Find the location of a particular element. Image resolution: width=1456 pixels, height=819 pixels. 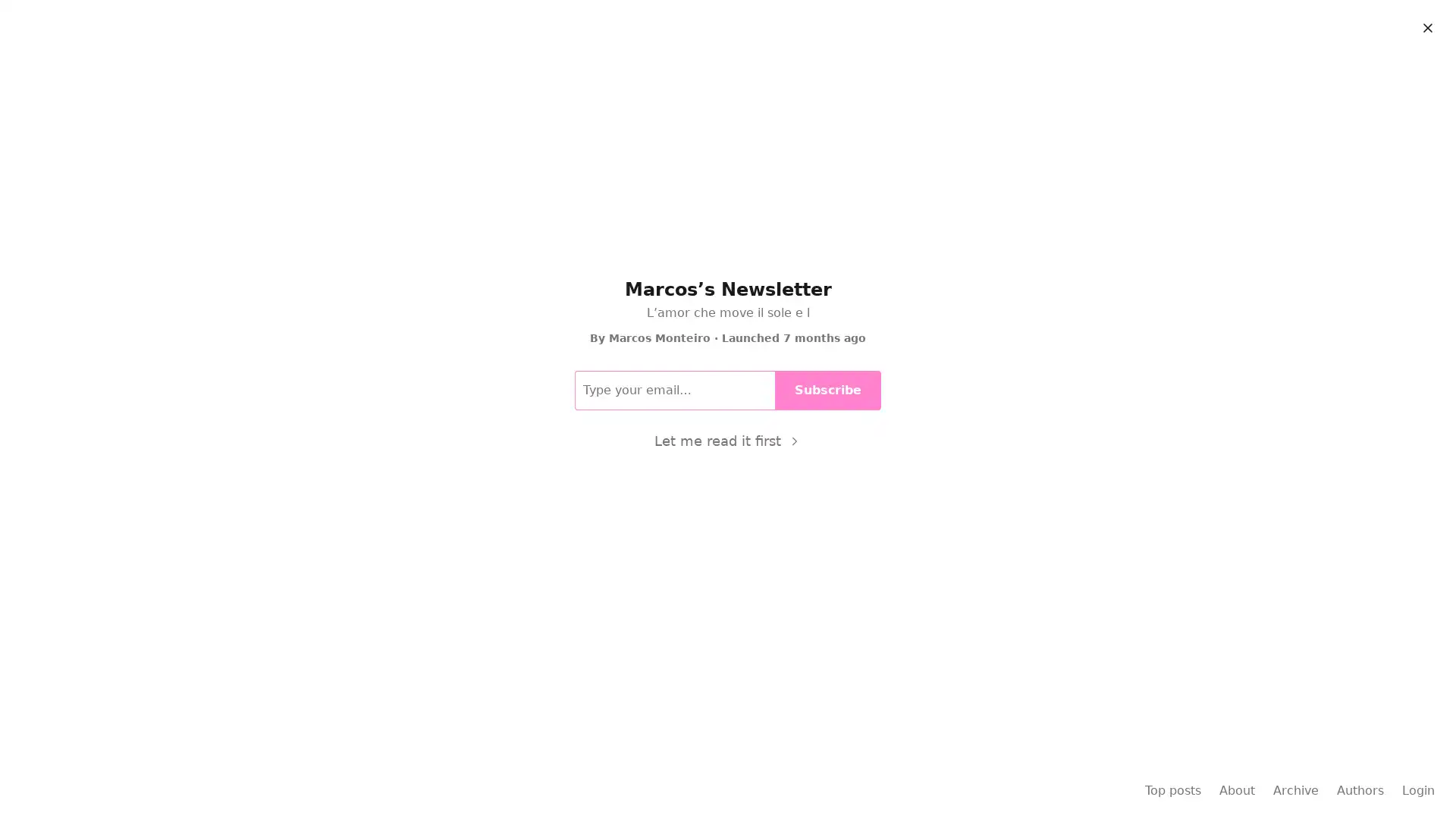

Subscribe is located at coordinates (1333, 24).